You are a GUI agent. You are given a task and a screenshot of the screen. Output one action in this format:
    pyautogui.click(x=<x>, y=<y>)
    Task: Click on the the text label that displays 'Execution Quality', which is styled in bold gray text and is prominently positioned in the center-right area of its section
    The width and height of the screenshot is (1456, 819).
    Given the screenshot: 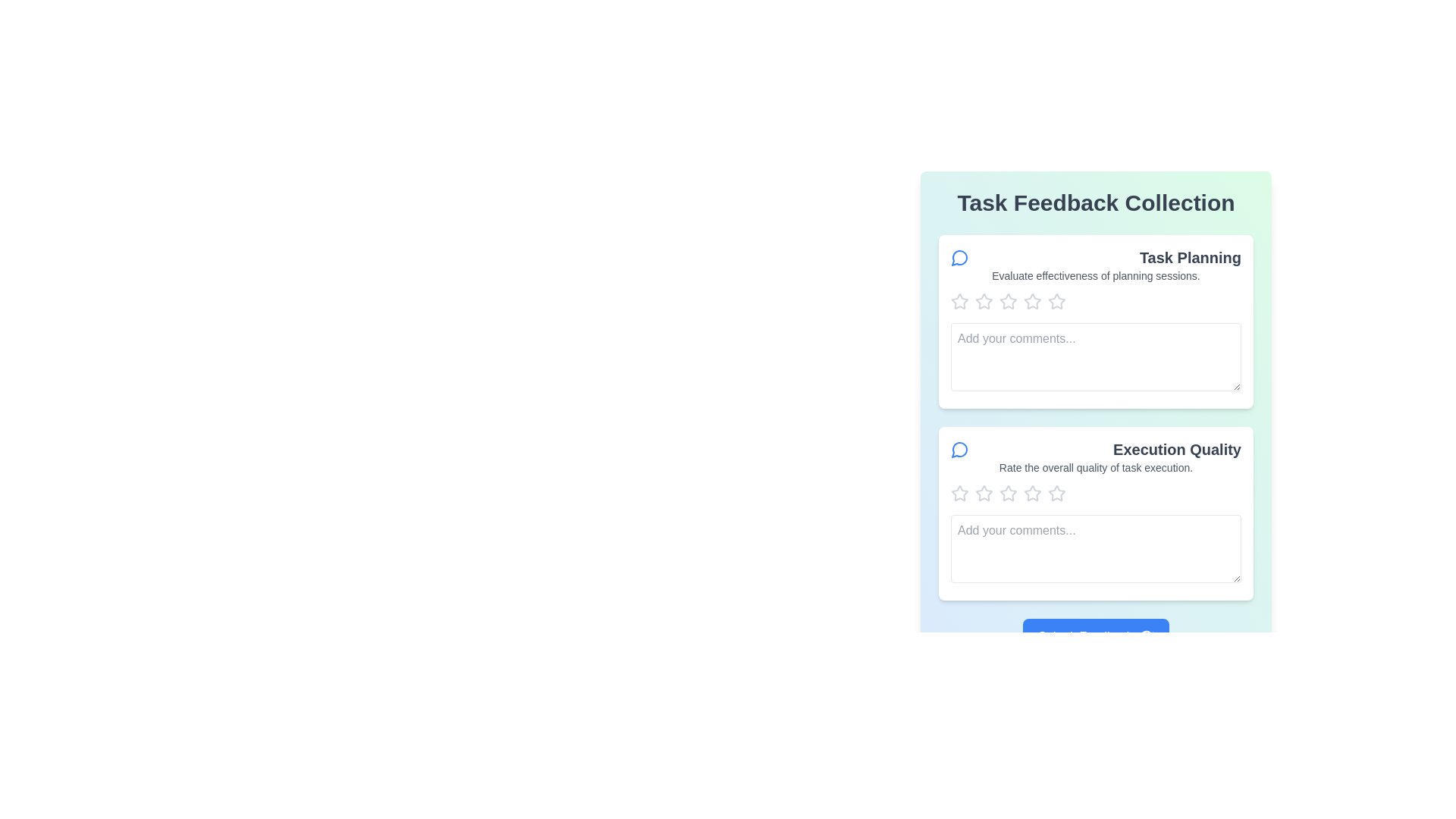 What is the action you would take?
    pyautogui.click(x=1176, y=449)
    